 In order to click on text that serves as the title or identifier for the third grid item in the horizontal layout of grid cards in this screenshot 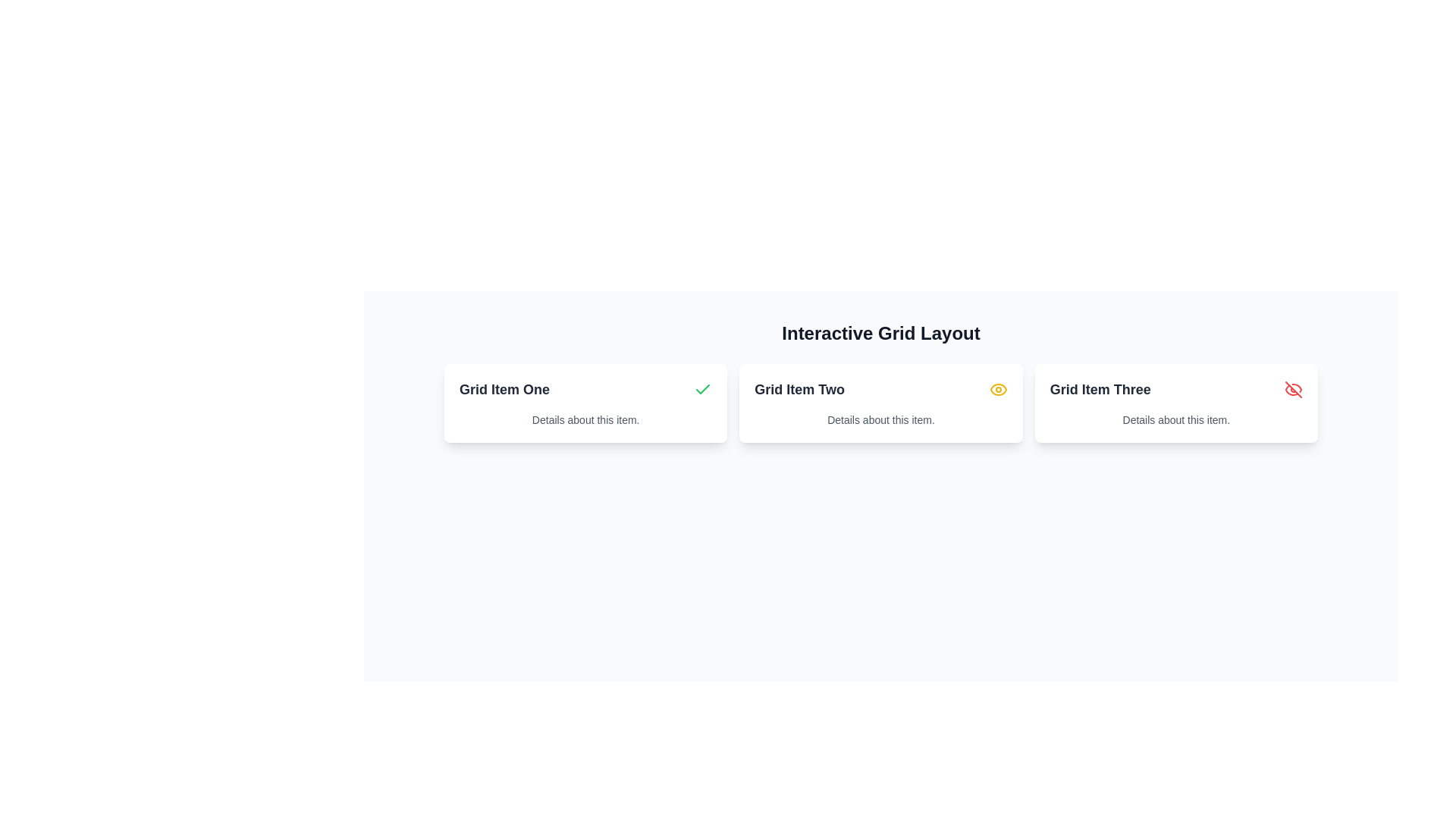, I will do `click(1100, 388)`.